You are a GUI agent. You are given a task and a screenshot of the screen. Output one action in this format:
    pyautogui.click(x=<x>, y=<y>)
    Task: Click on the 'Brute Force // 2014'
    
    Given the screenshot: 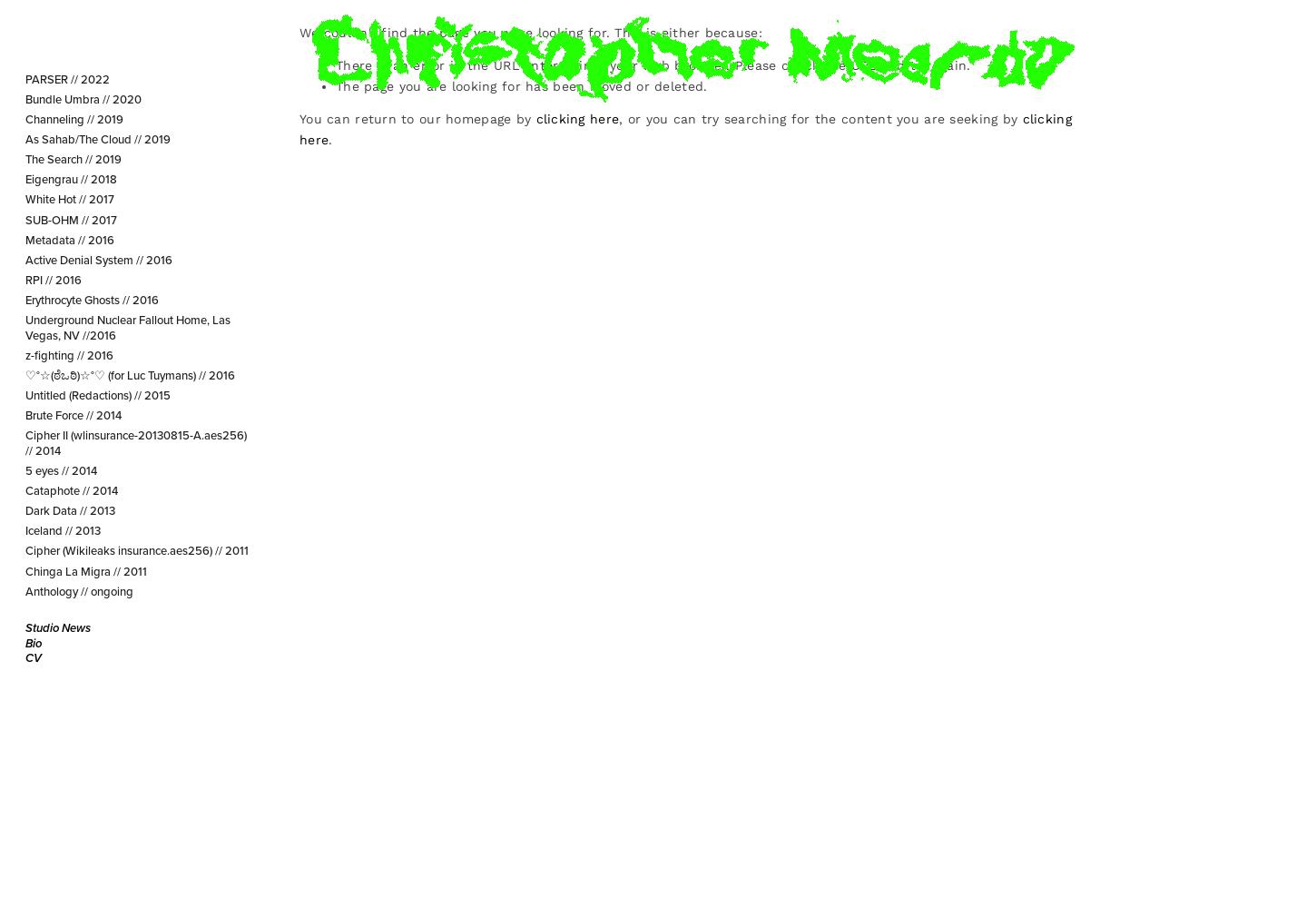 What is the action you would take?
    pyautogui.click(x=24, y=414)
    